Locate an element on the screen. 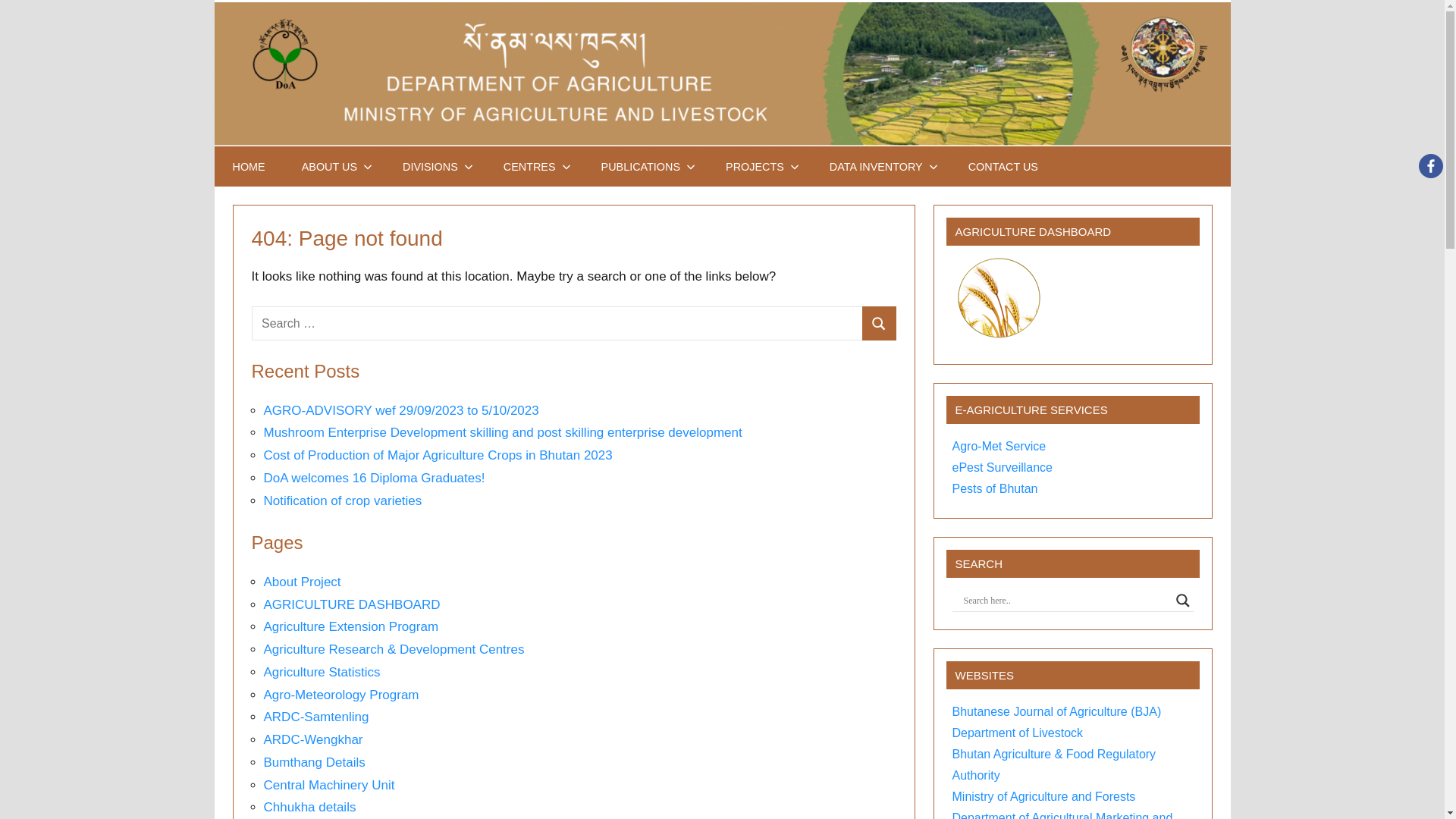 The width and height of the screenshot is (1456, 819). 'DoA welcomes 16 Diploma Graduates!' is located at coordinates (375, 478).